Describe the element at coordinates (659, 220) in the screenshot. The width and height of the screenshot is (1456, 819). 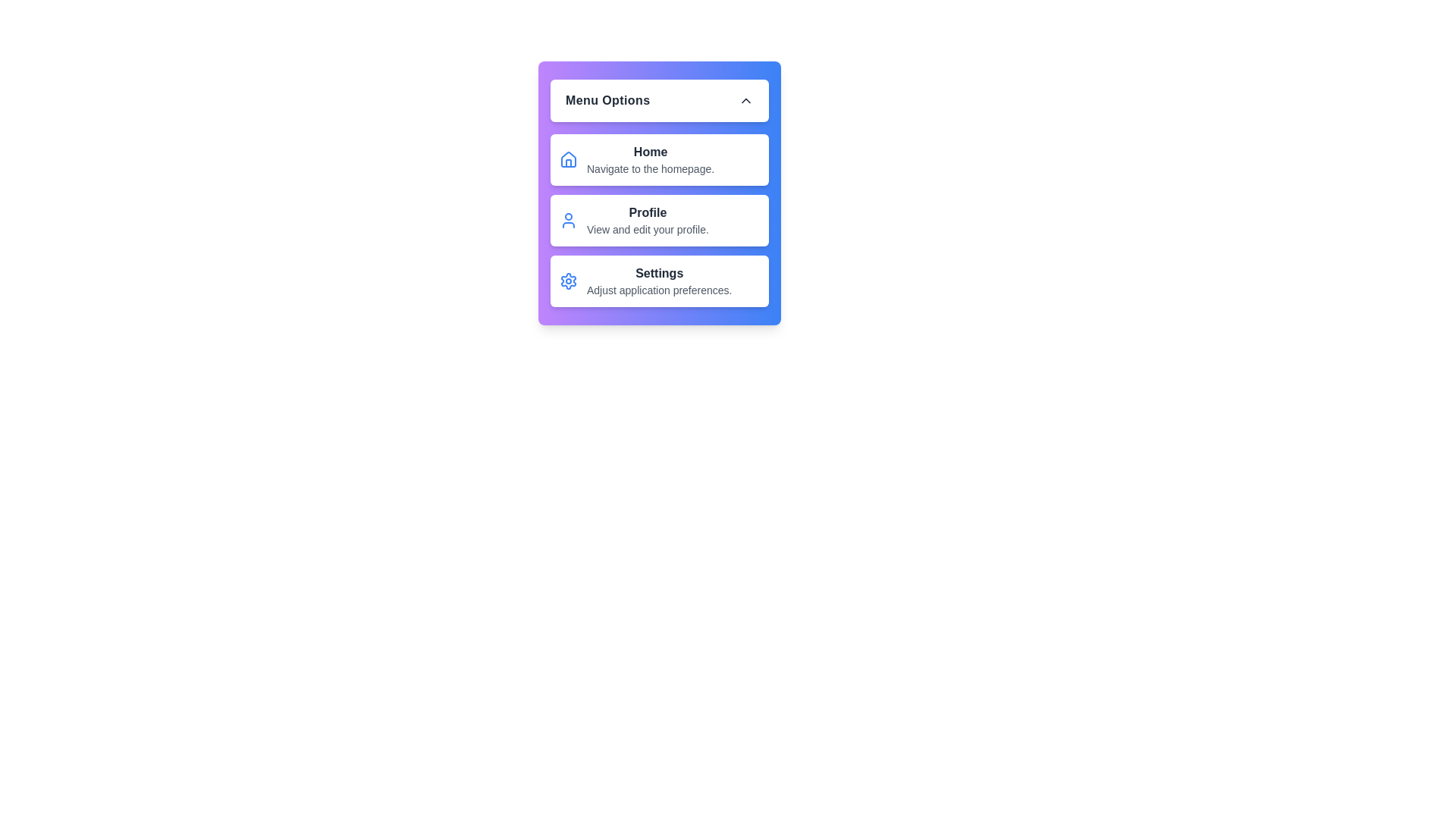
I see `the menu item corresponding to Profile` at that location.